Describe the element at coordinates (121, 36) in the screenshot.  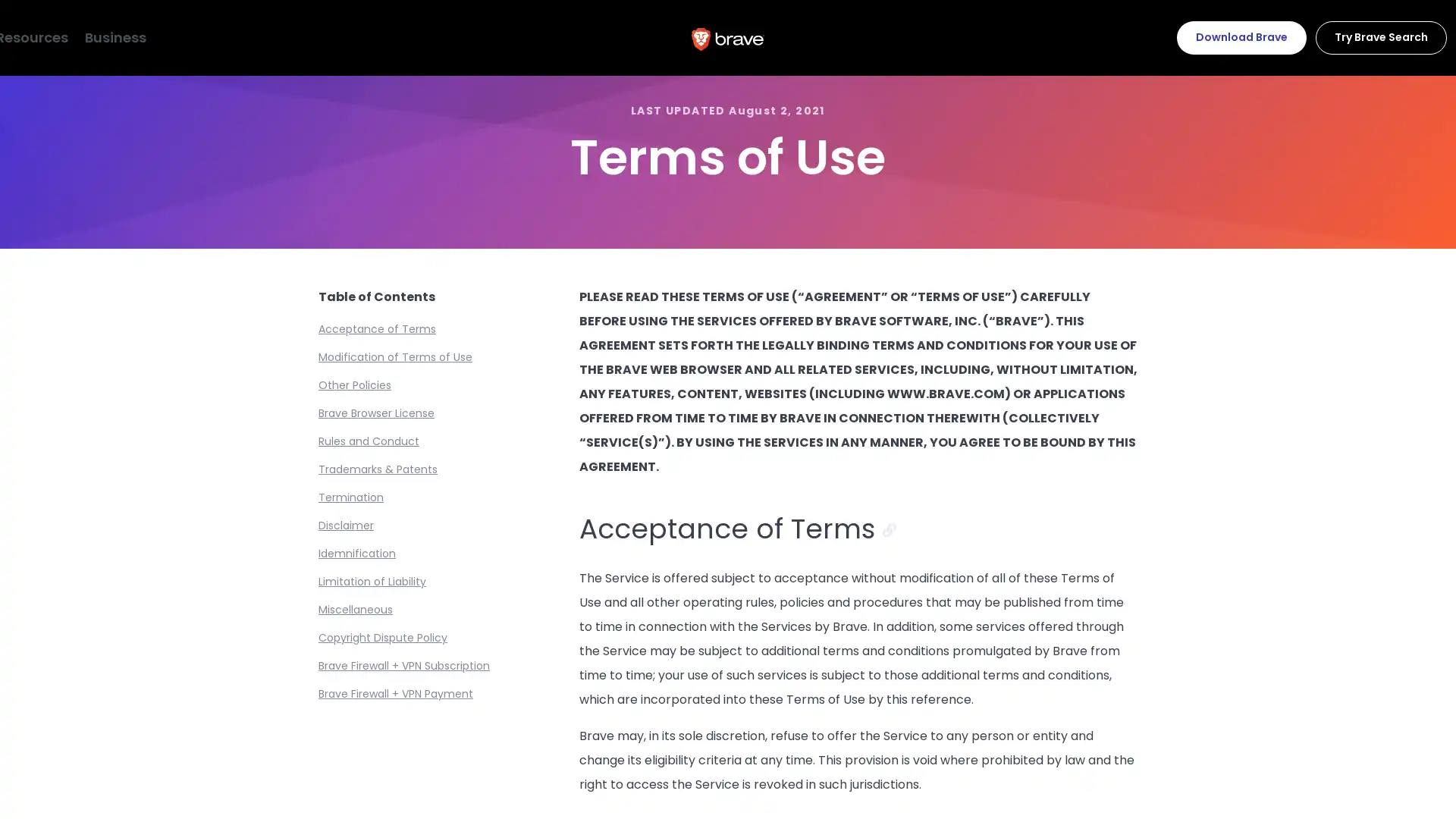
I see `Products` at that location.